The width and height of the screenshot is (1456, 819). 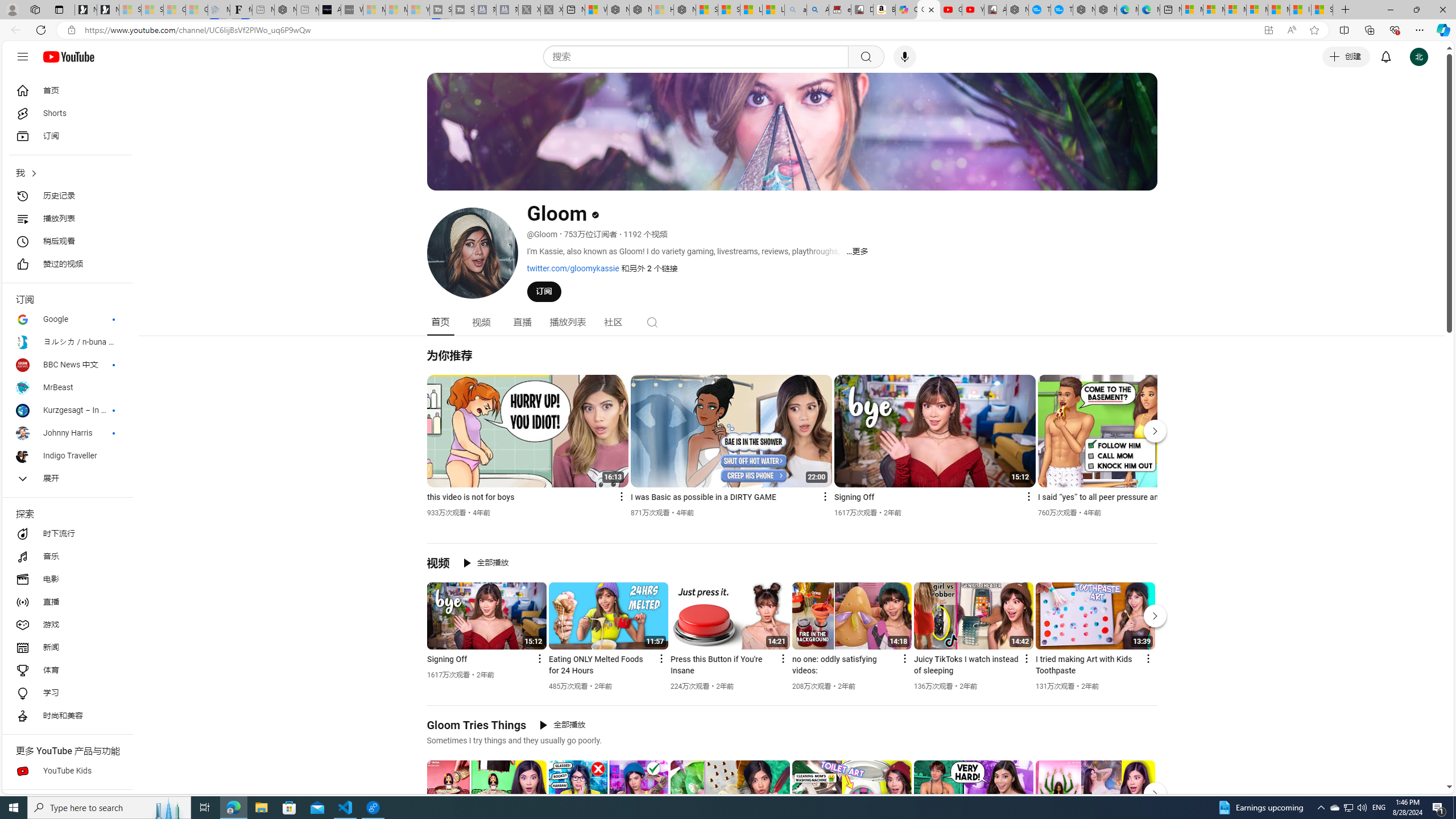 I want to click on 'App available. Install YouTube', so click(x=1268, y=30).